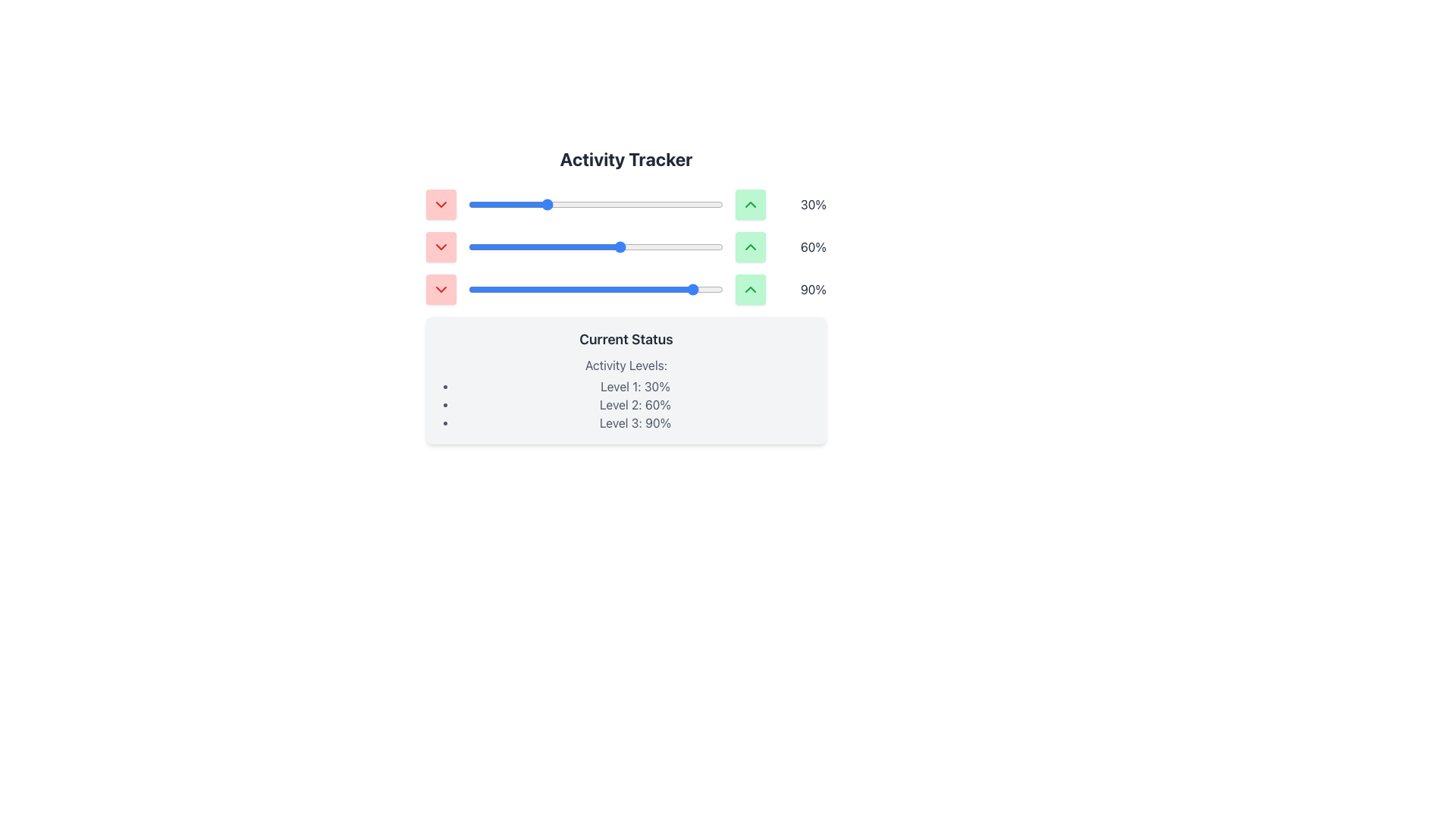 This screenshot has width=1456, height=819. Describe the element at coordinates (566, 246) in the screenshot. I see `the slider value` at that location.